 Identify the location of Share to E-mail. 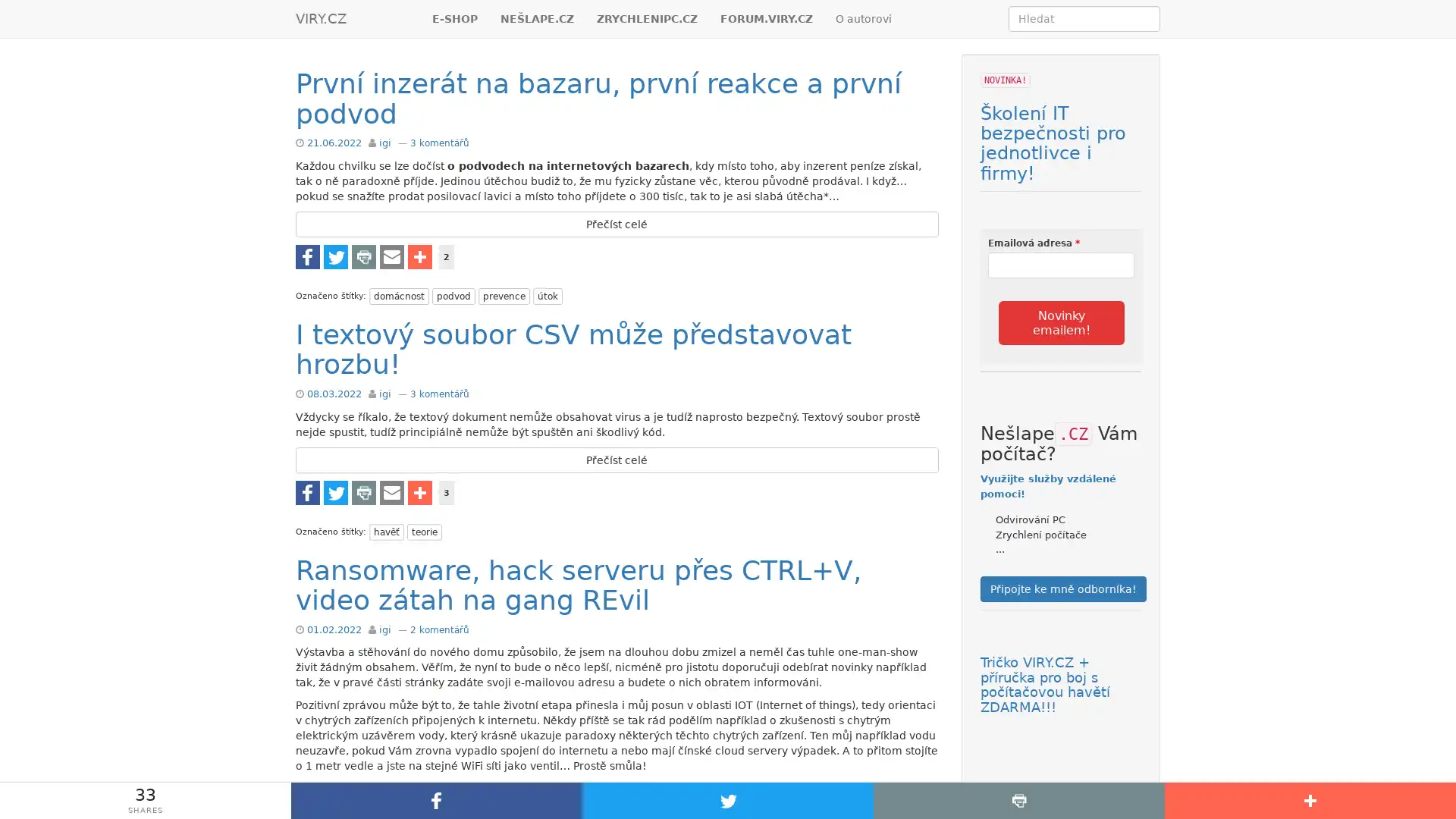
(392, 491).